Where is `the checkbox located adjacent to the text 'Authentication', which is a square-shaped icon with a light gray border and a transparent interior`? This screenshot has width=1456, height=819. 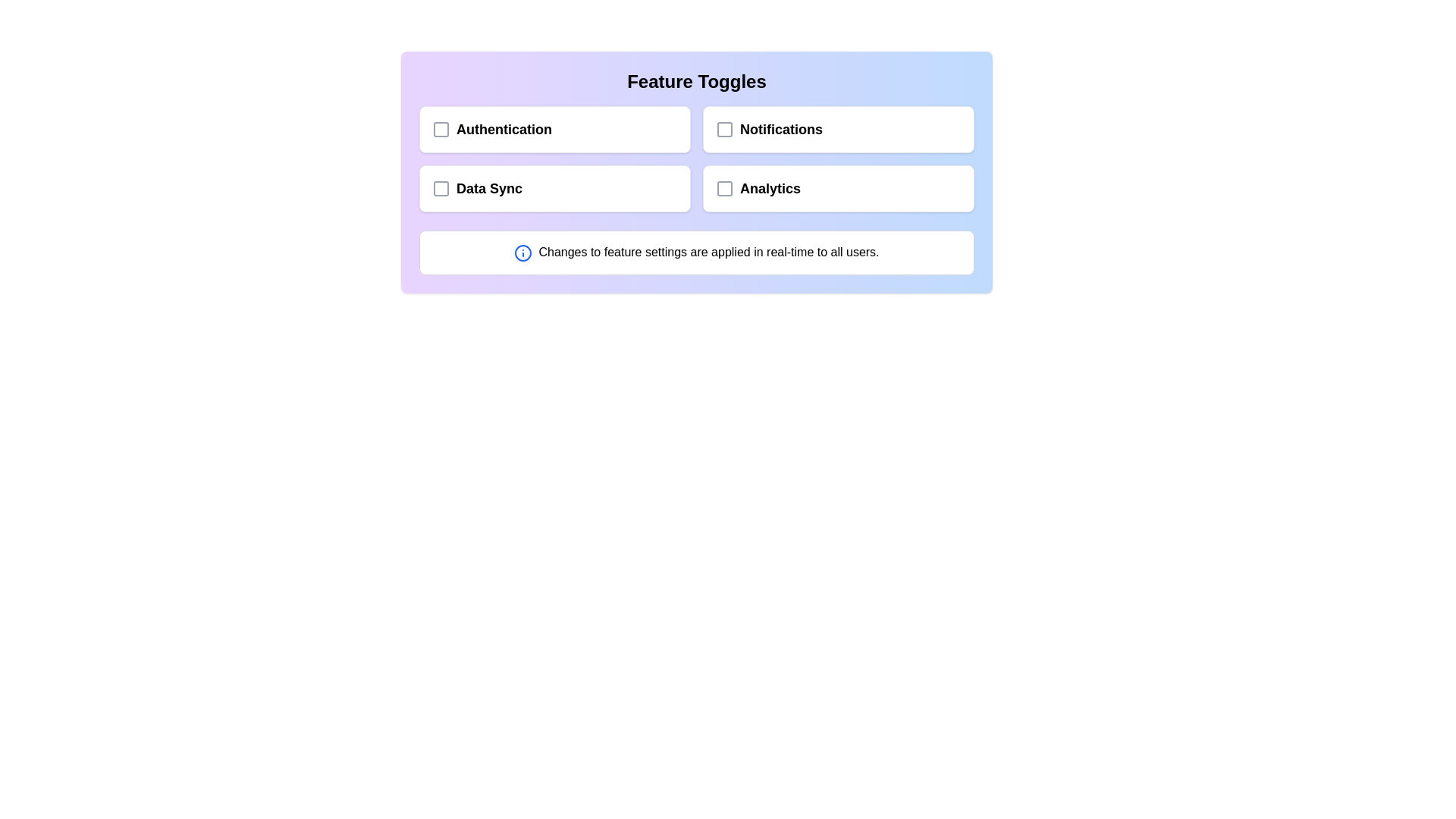 the checkbox located adjacent to the text 'Authentication', which is a square-shaped icon with a light gray border and a transparent interior is located at coordinates (440, 128).